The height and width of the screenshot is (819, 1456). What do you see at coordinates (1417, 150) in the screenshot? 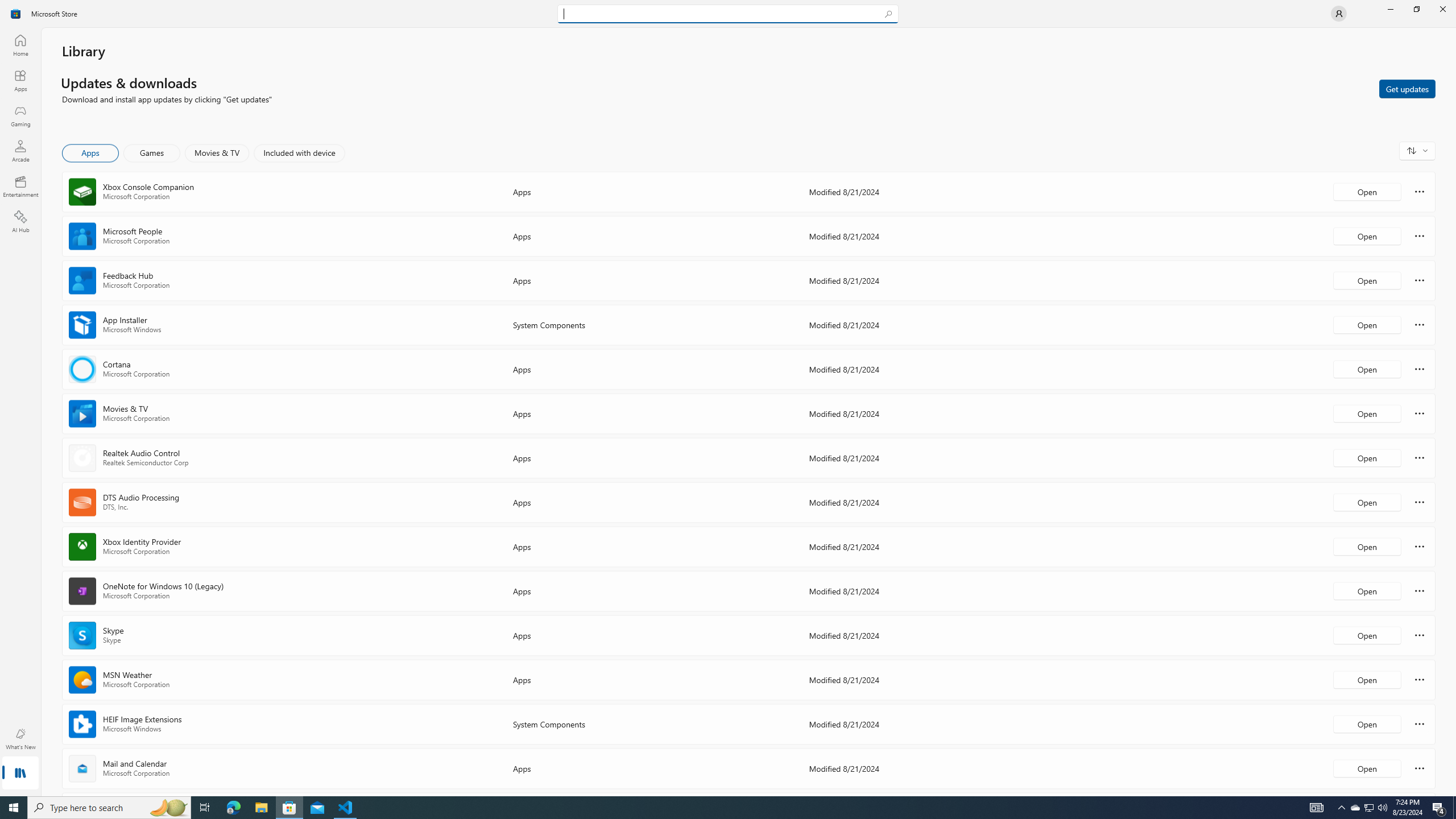
I see `'Sort and filter'` at bounding box center [1417, 150].